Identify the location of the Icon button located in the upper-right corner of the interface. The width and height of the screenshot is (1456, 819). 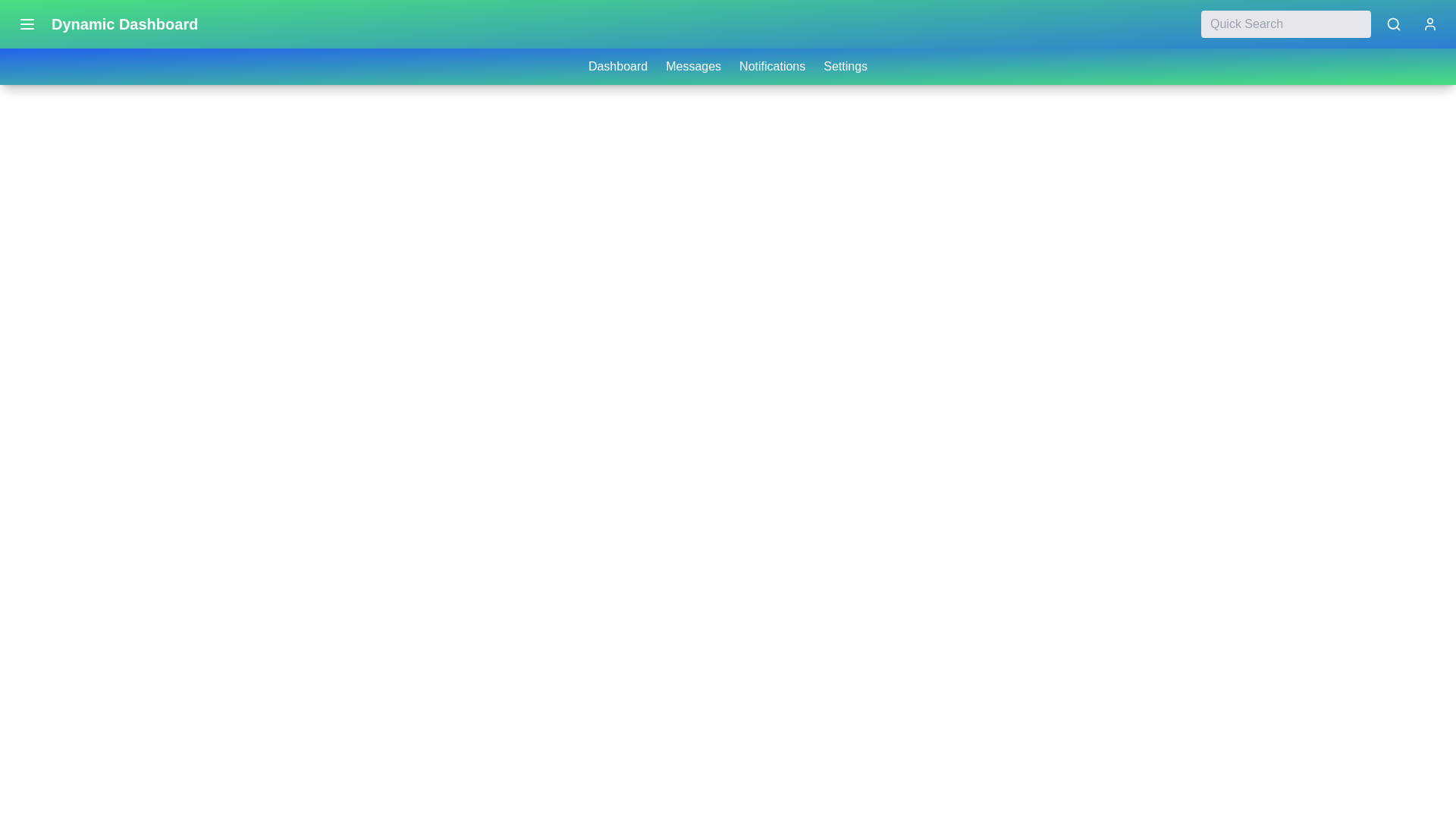
(1429, 24).